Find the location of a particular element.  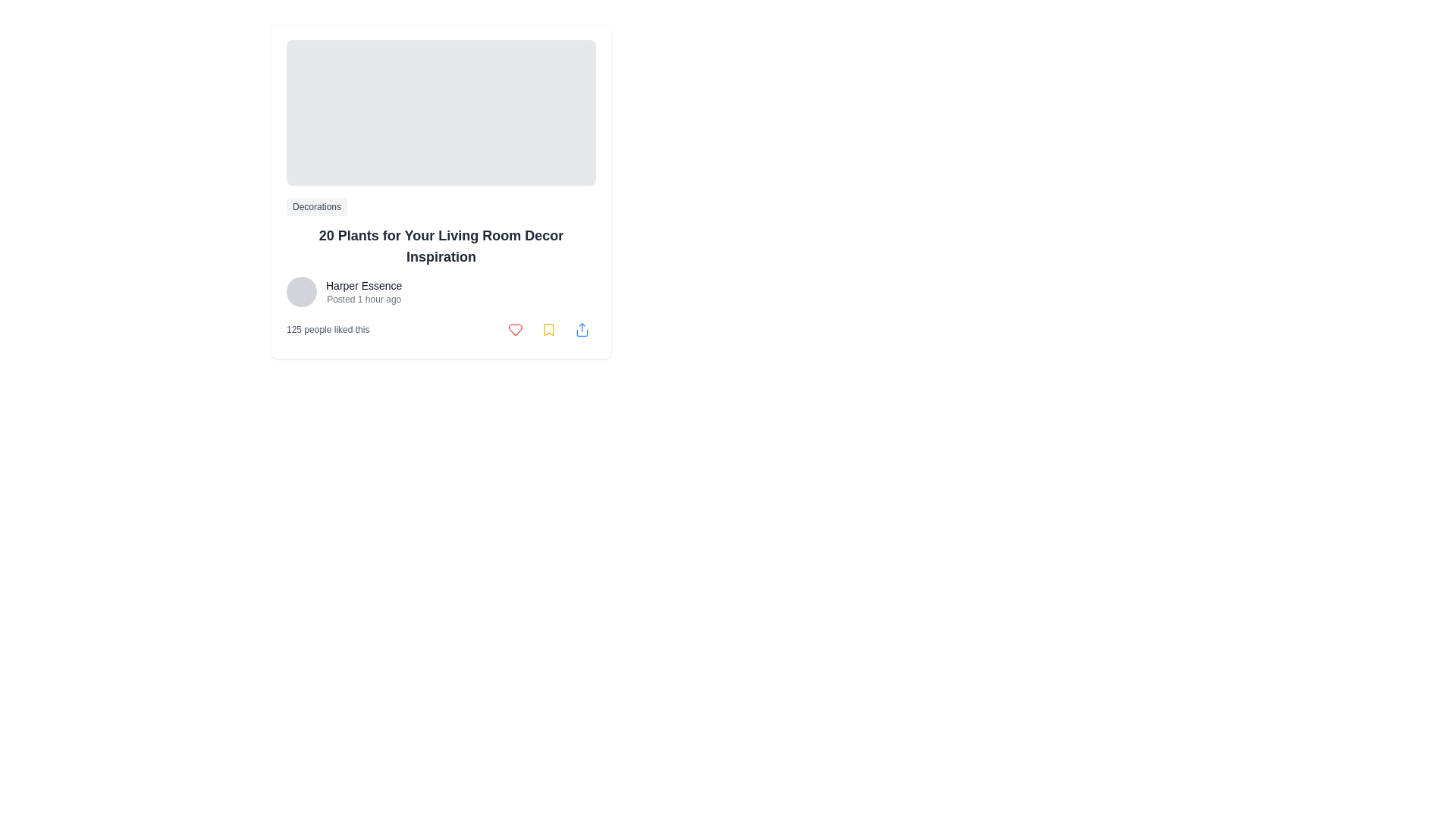

the graphical bookmark icon resembling a ribbon or flag located at the bottom of the content card, which is the third icon from the left among interactive icons is located at coordinates (548, 329).